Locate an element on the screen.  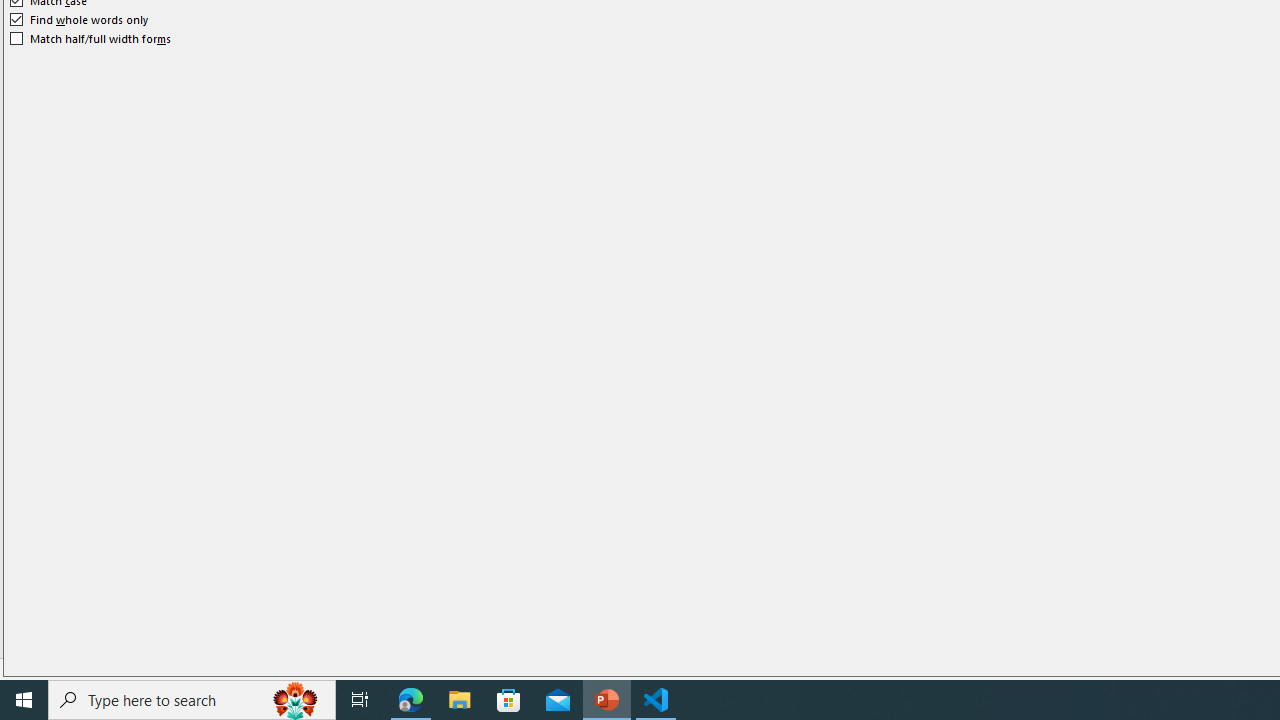
'Find whole words only' is located at coordinates (80, 20).